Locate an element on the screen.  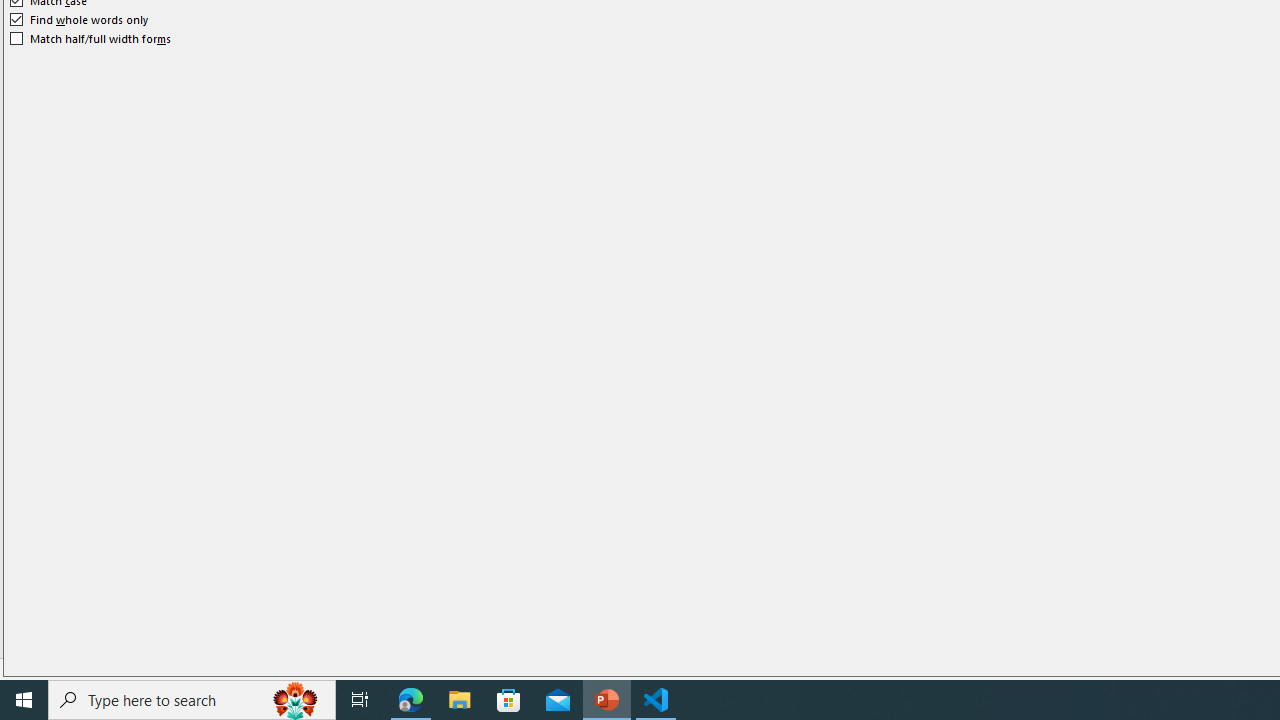
'Find whole words only' is located at coordinates (80, 20).